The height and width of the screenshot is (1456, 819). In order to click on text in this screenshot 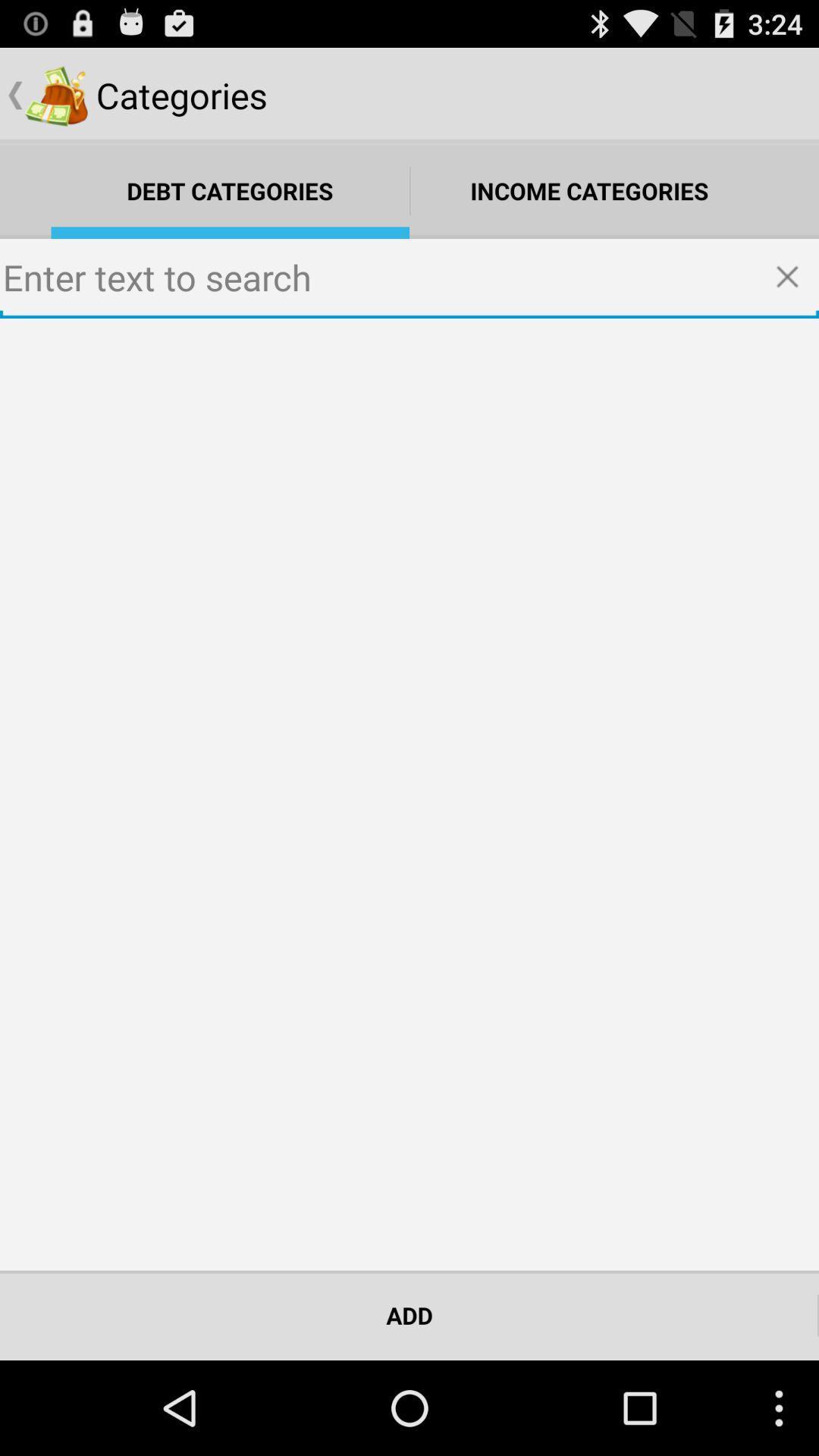, I will do `click(409, 278)`.